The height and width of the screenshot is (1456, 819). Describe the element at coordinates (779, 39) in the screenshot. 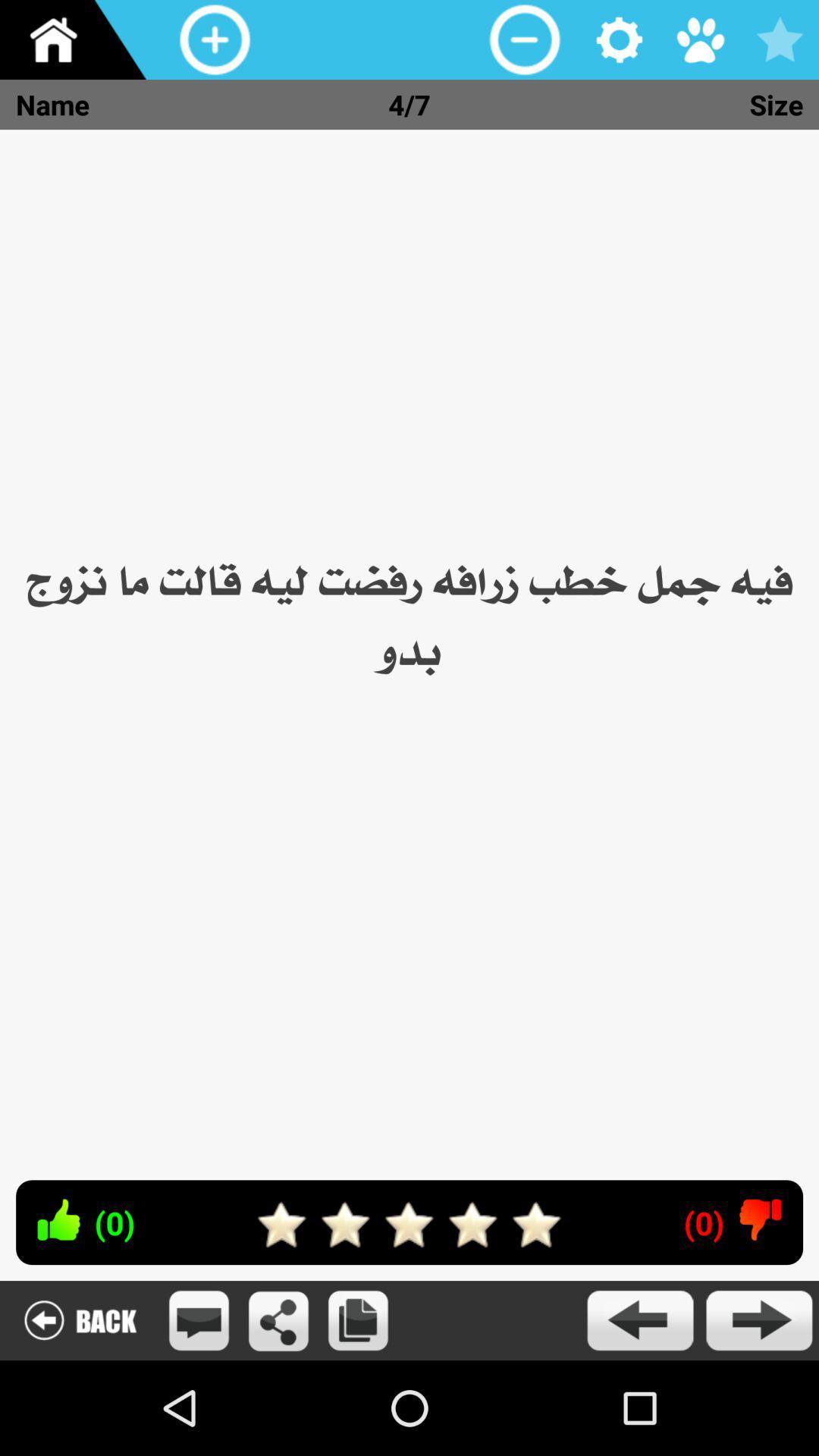

I see `set favorite` at that location.